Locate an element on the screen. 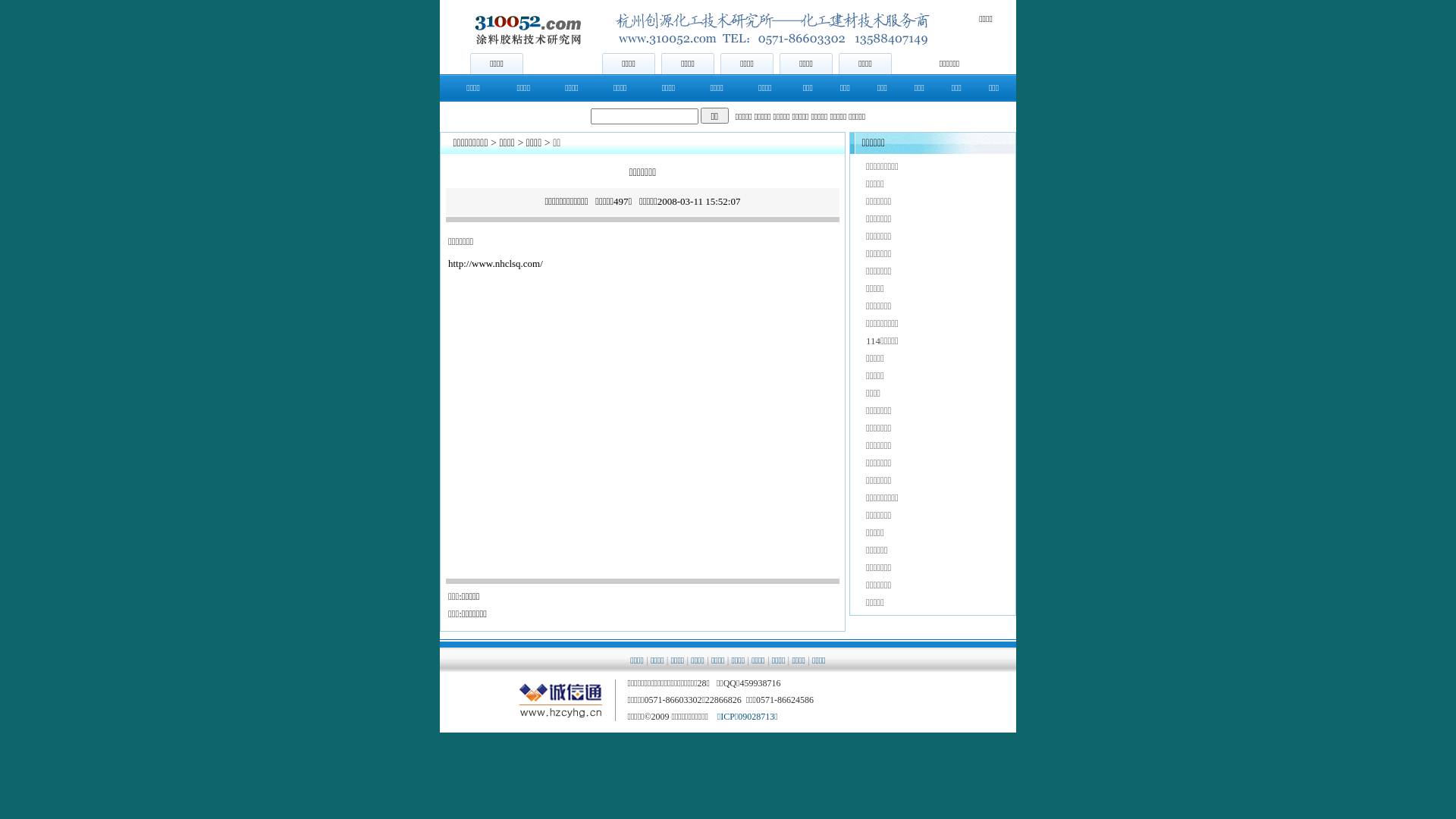 This screenshot has width=1456, height=819. 'http://www.nhclsq.com/' is located at coordinates (495, 262).